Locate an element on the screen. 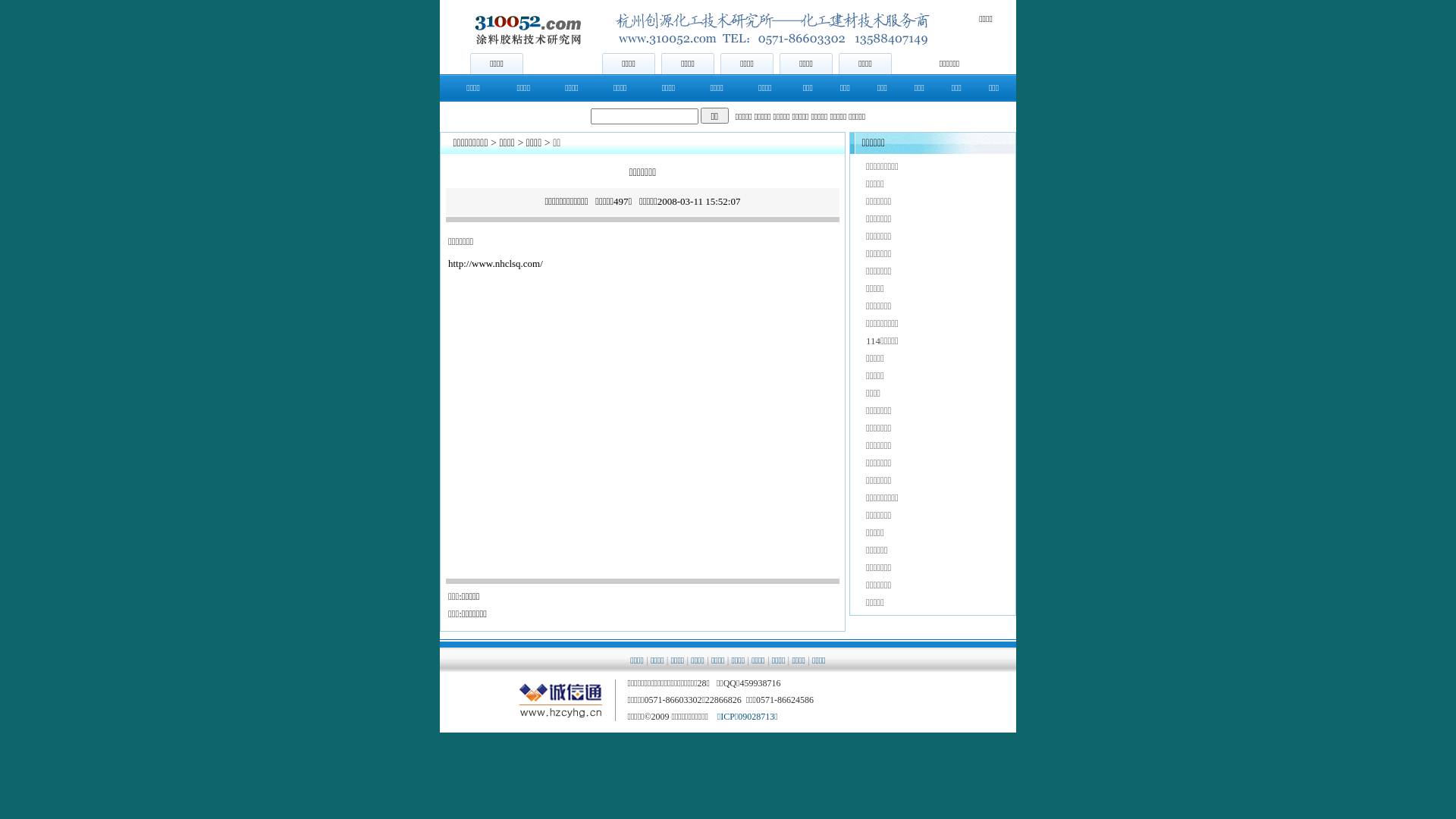 This screenshot has width=1456, height=819. 'http://www.nhclsq.com/' is located at coordinates (495, 262).